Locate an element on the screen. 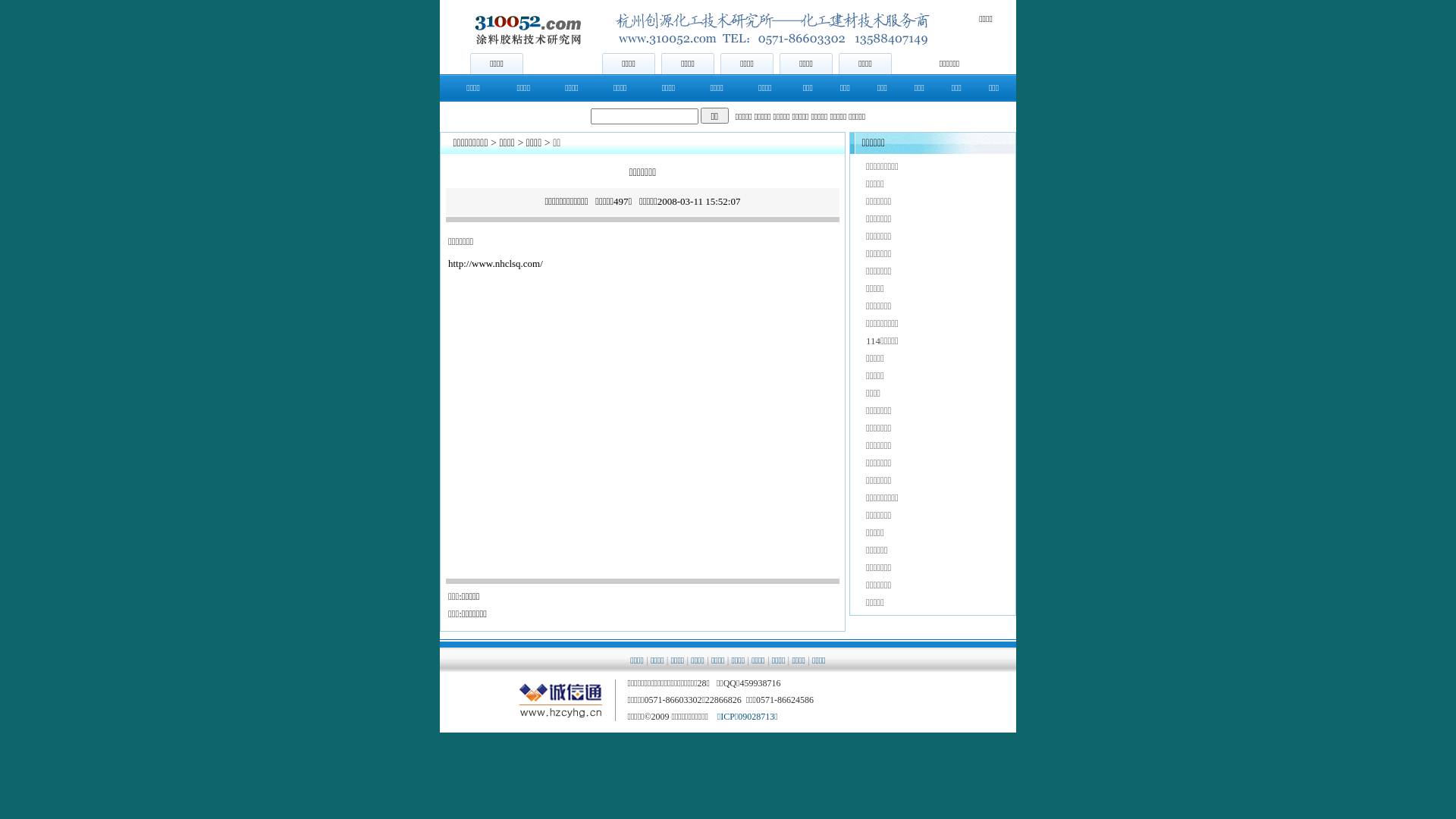 This screenshot has width=1456, height=819. 'http://www.nhclsq.com/' is located at coordinates (495, 262).